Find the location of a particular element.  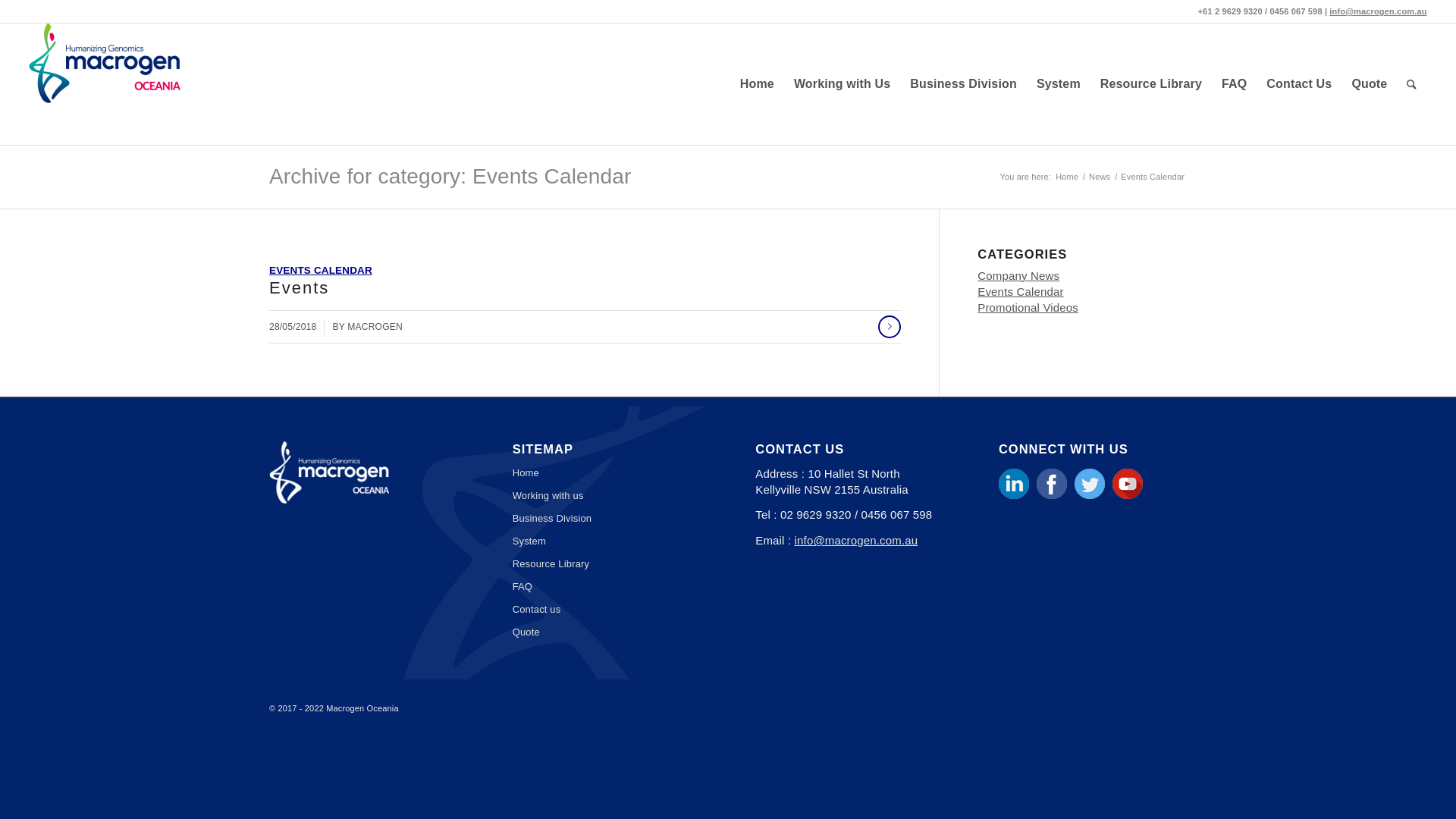

'Promotional Videos' is located at coordinates (1028, 307).